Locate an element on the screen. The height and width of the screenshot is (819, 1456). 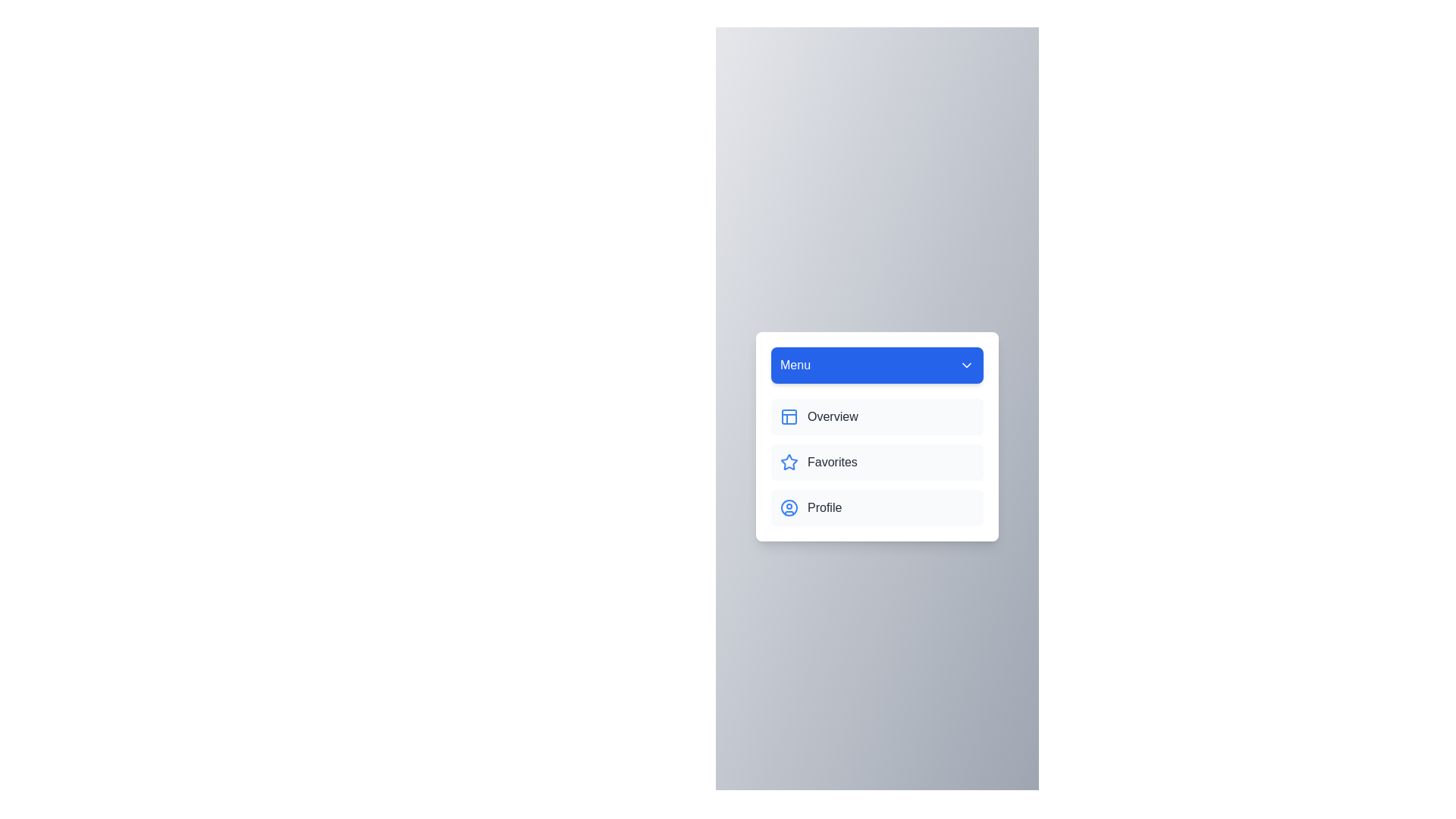
the Favorites from the menu is located at coordinates (877, 461).